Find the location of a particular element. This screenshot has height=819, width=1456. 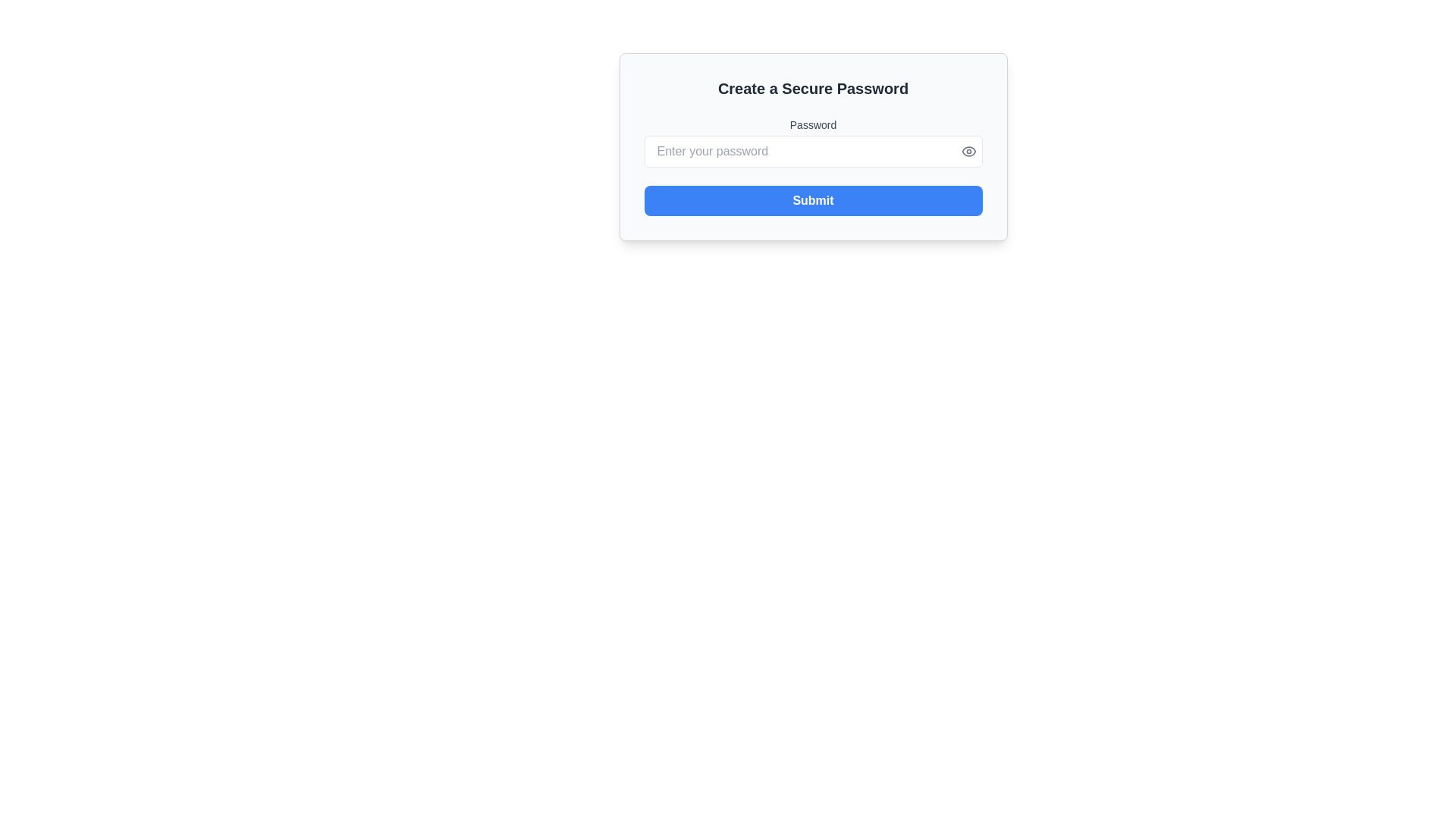

the bold header text reading 'Create a Secure Password', which is styled with a large font size and dark gray color, located at the top of the card layout interface is located at coordinates (812, 88).